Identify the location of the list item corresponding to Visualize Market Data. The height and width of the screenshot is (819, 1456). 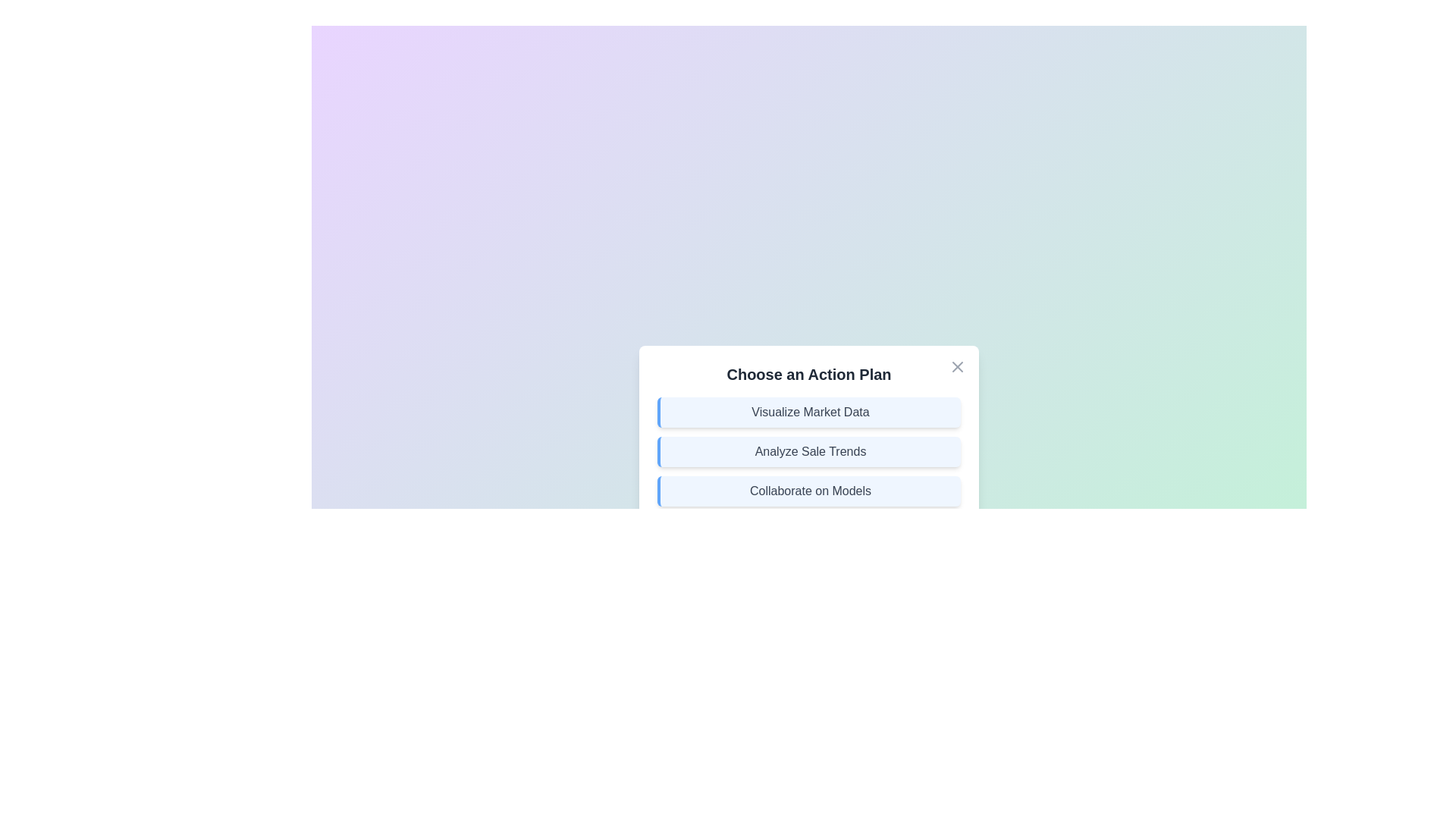
(808, 412).